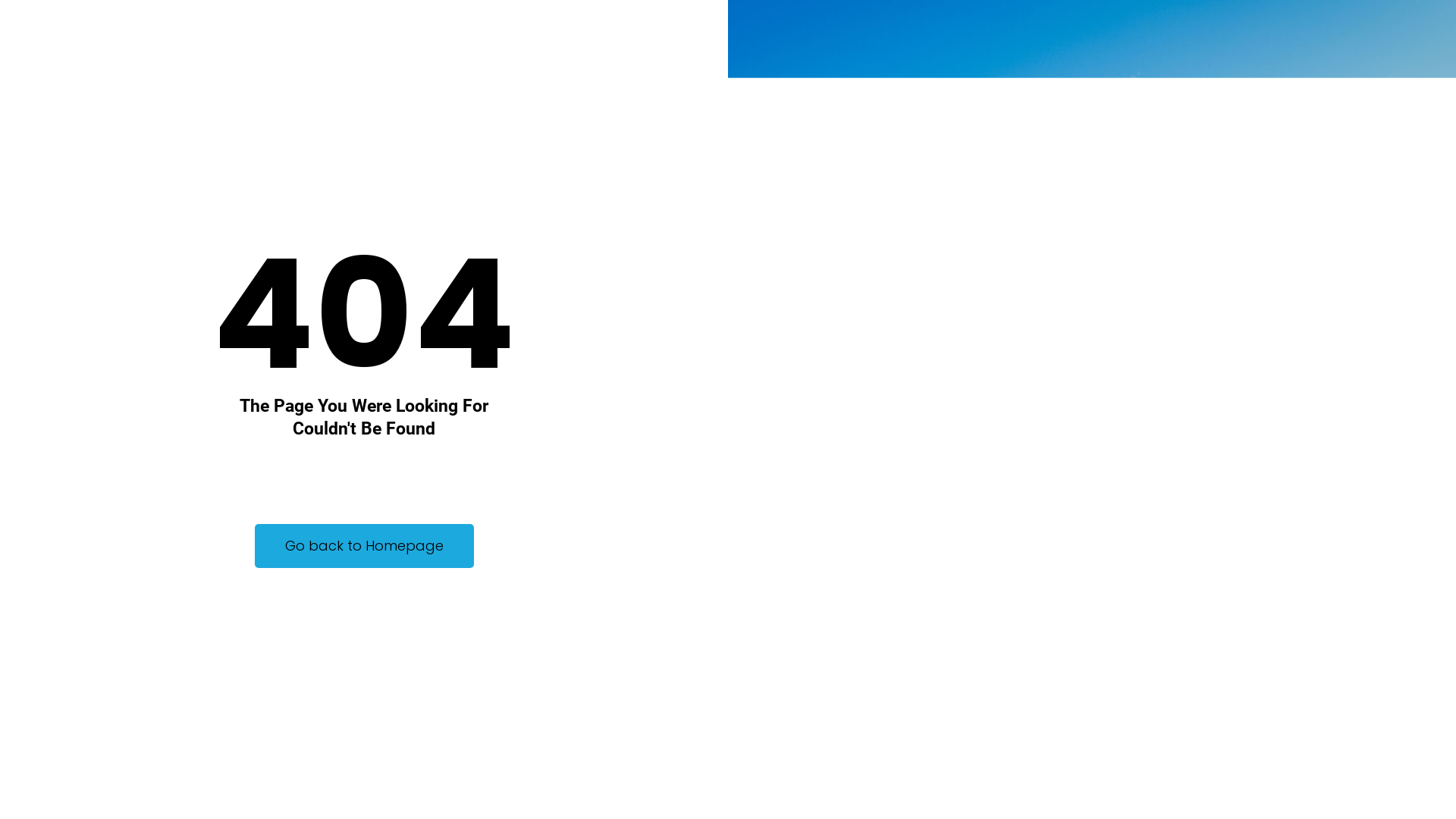  I want to click on 'Go back to Homepage', so click(364, 546).